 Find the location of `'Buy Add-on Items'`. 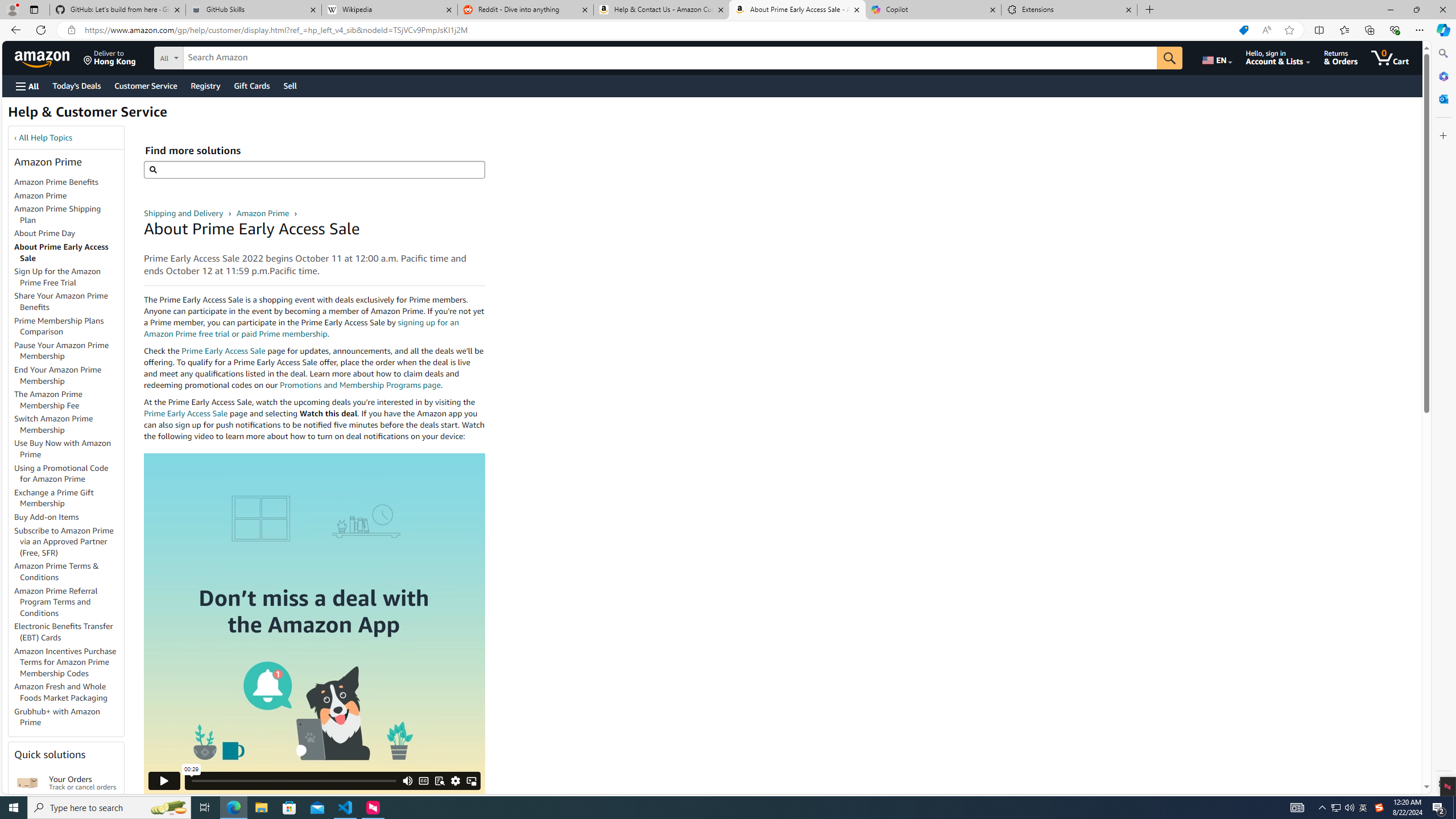

'Buy Add-on Items' is located at coordinates (46, 516).